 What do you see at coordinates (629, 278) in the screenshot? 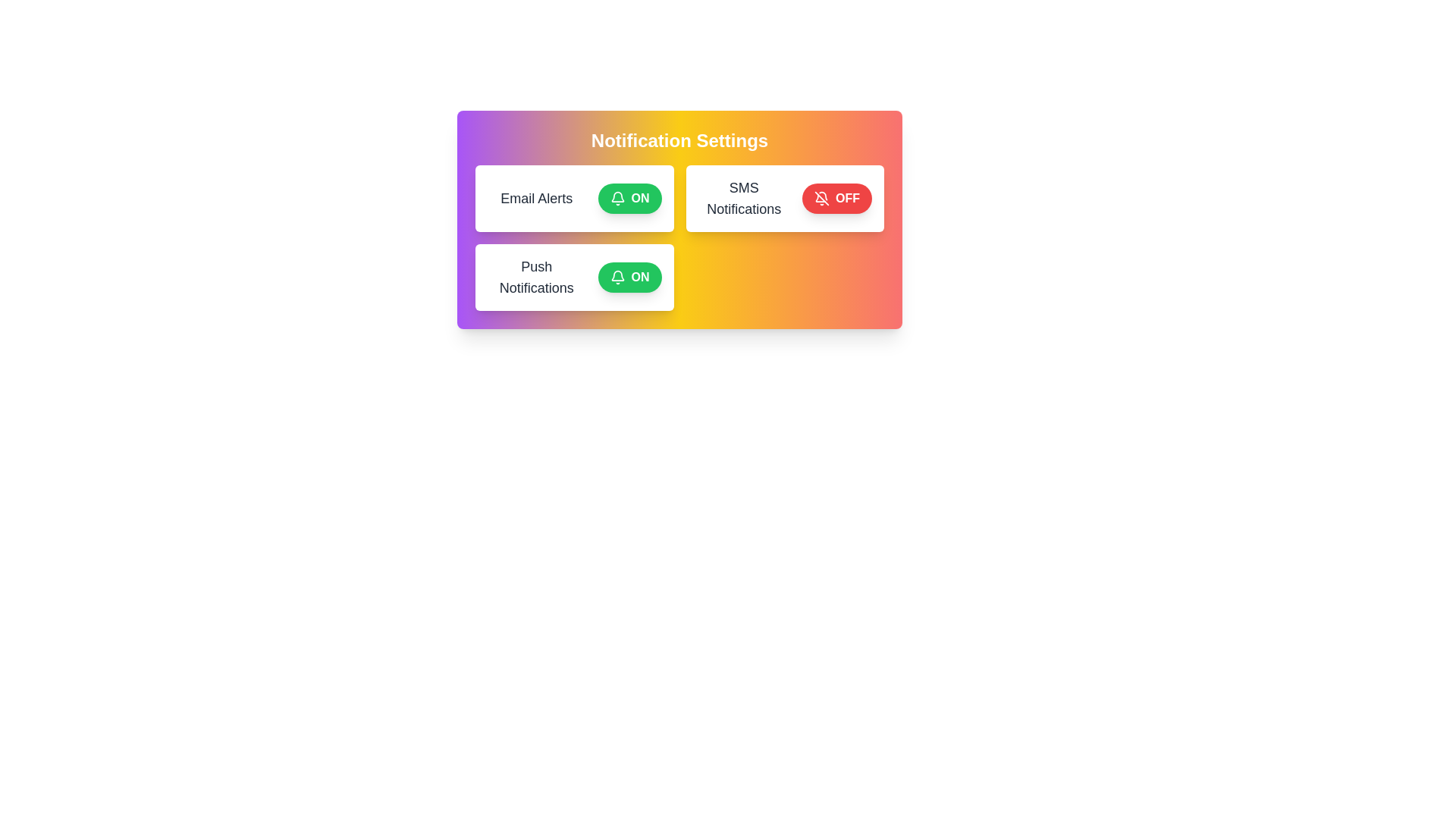
I see `the button corresponding to Push Notifications` at bounding box center [629, 278].